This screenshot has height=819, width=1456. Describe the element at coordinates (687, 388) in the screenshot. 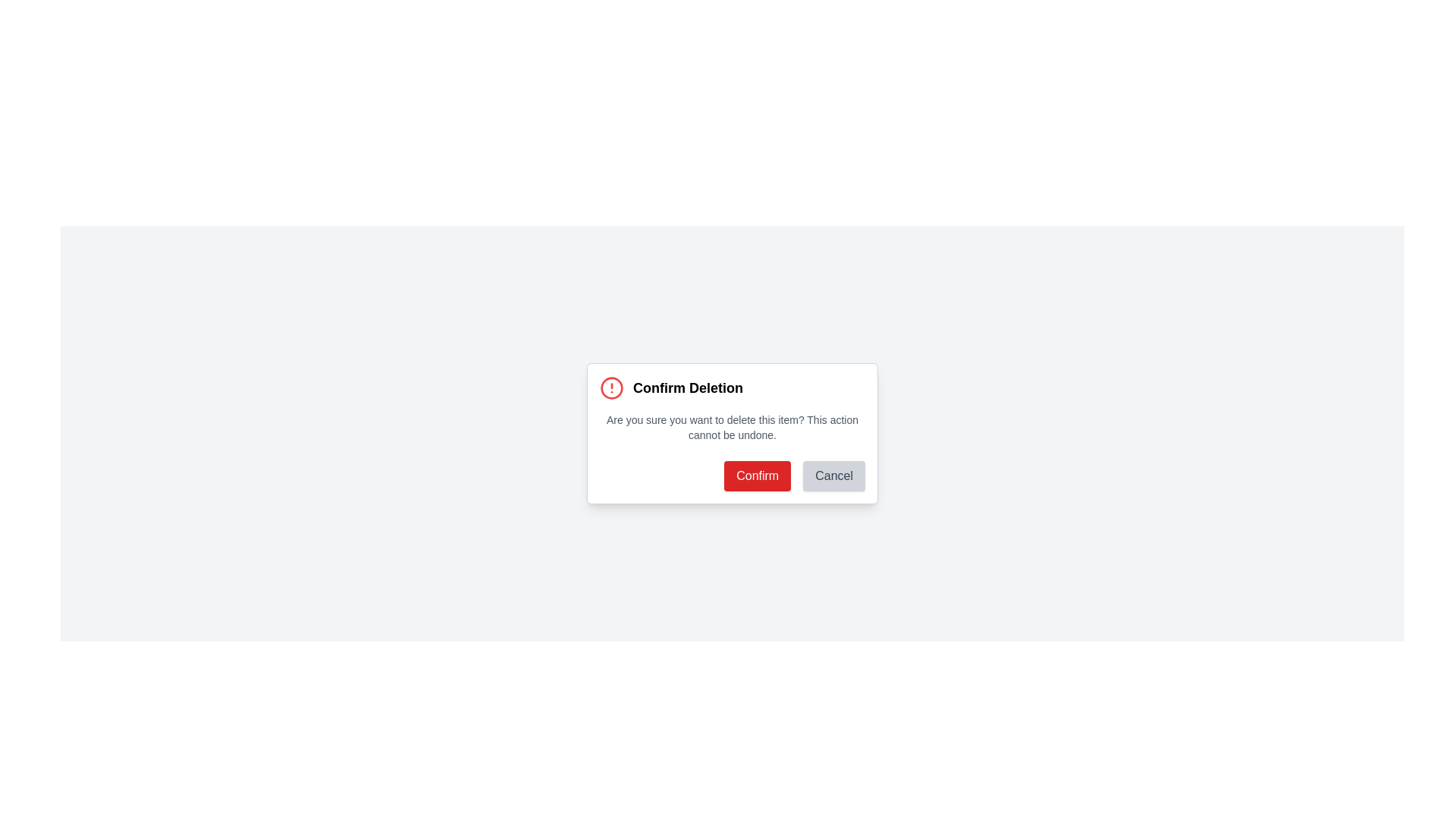

I see `the bold text component that says 'Confirm Deletion' located at the top of the modal dialog box, distinctively styled in large black font and situated to the right of a warning signal icon` at that location.